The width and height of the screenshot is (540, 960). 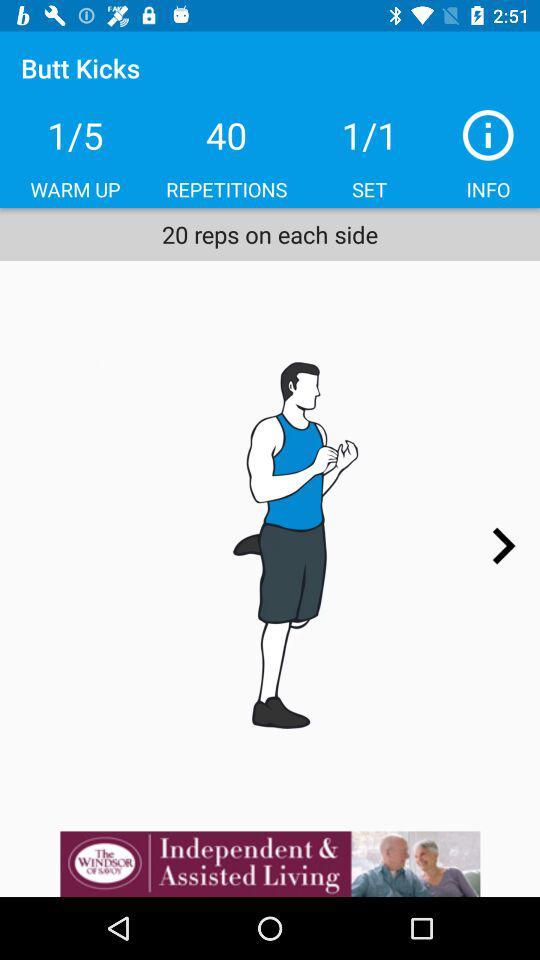 What do you see at coordinates (502, 546) in the screenshot?
I see `the arrow_forward icon` at bounding box center [502, 546].